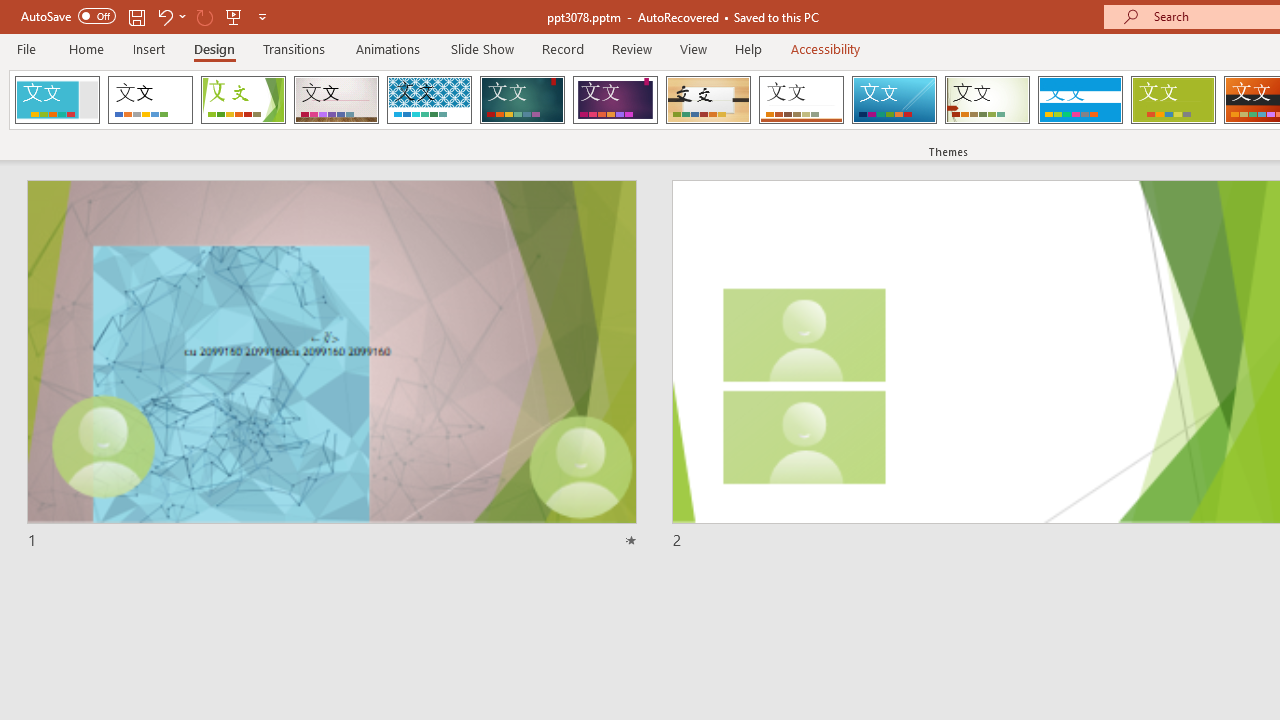 Image resolution: width=1280 pixels, height=720 pixels. What do you see at coordinates (801, 100) in the screenshot?
I see `'Retrospect'` at bounding box center [801, 100].